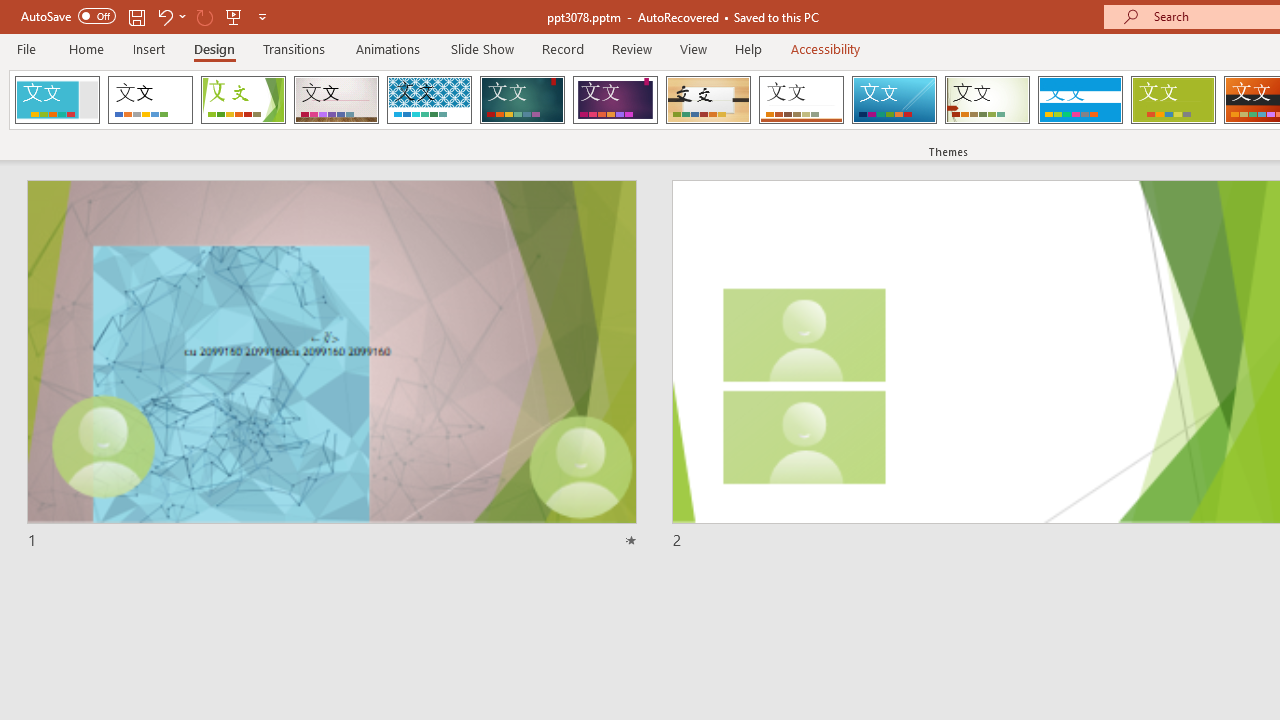 Image resolution: width=1280 pixels, height=720 pixels. What do you see at coordinates (801, 100) in the screenshot?
I see `'Retrospect'` at bounding box center [801, 100].